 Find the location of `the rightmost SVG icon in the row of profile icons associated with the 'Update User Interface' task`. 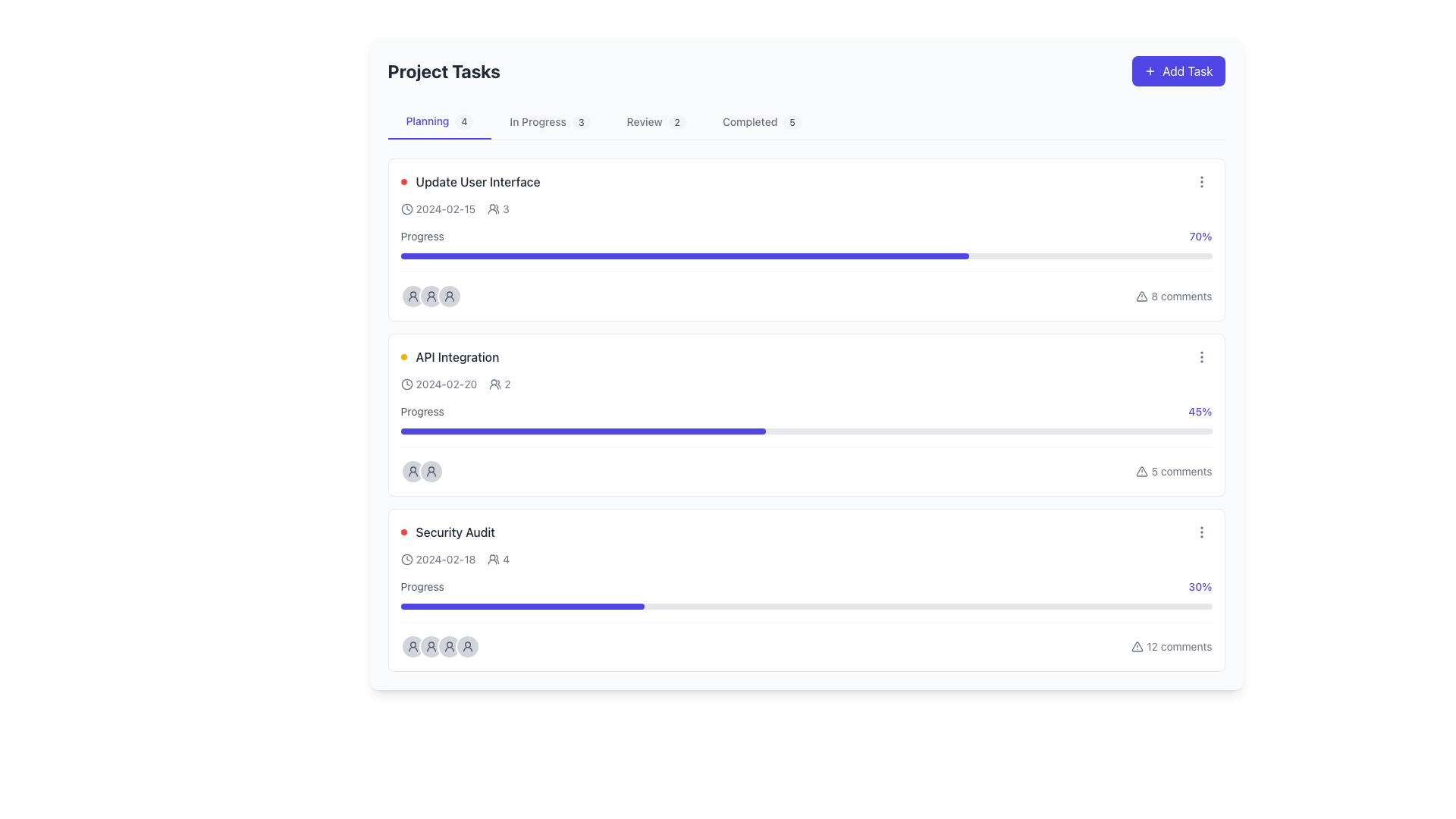

the rightmost SVG icon in the row of profile icons associated with the 'Update User Interface' task is located at coordinates (448, 296).